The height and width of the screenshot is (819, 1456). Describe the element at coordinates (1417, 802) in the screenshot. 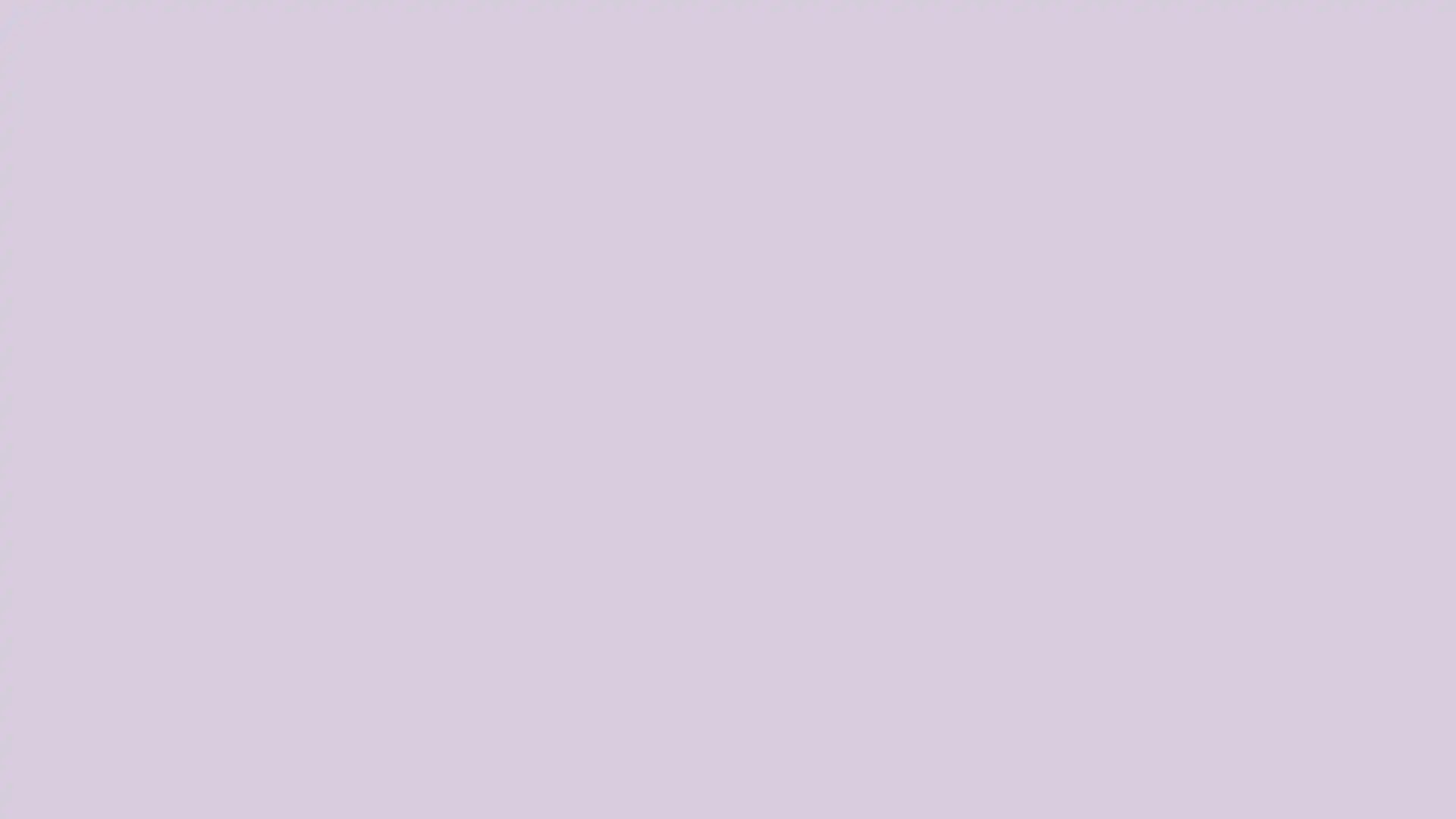

I see `Login` at that location.